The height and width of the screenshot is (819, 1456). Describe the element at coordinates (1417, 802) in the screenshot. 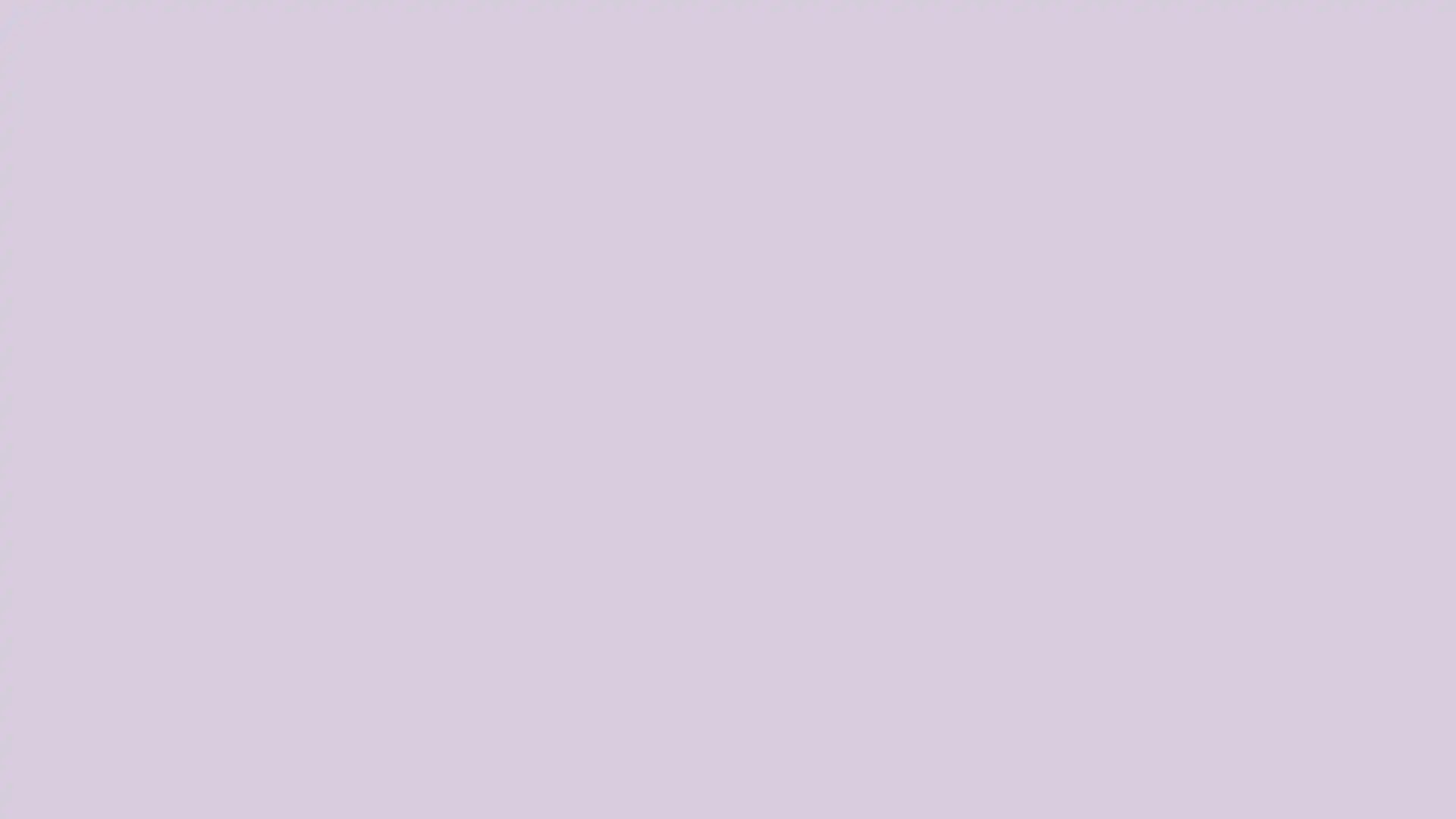

I see `Login` at that location.